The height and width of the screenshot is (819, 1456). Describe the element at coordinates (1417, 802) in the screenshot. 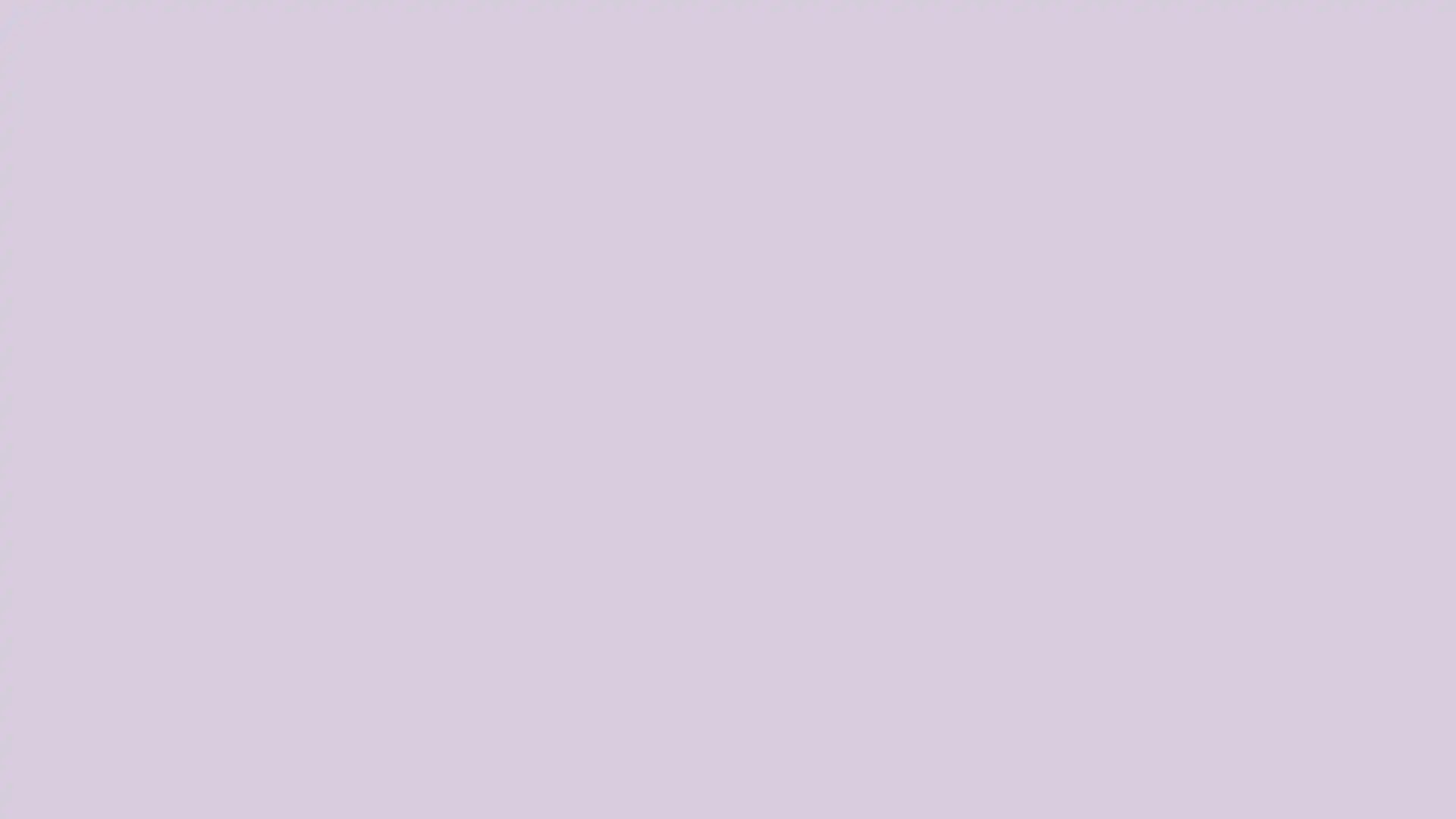

I see `Login` at that location.